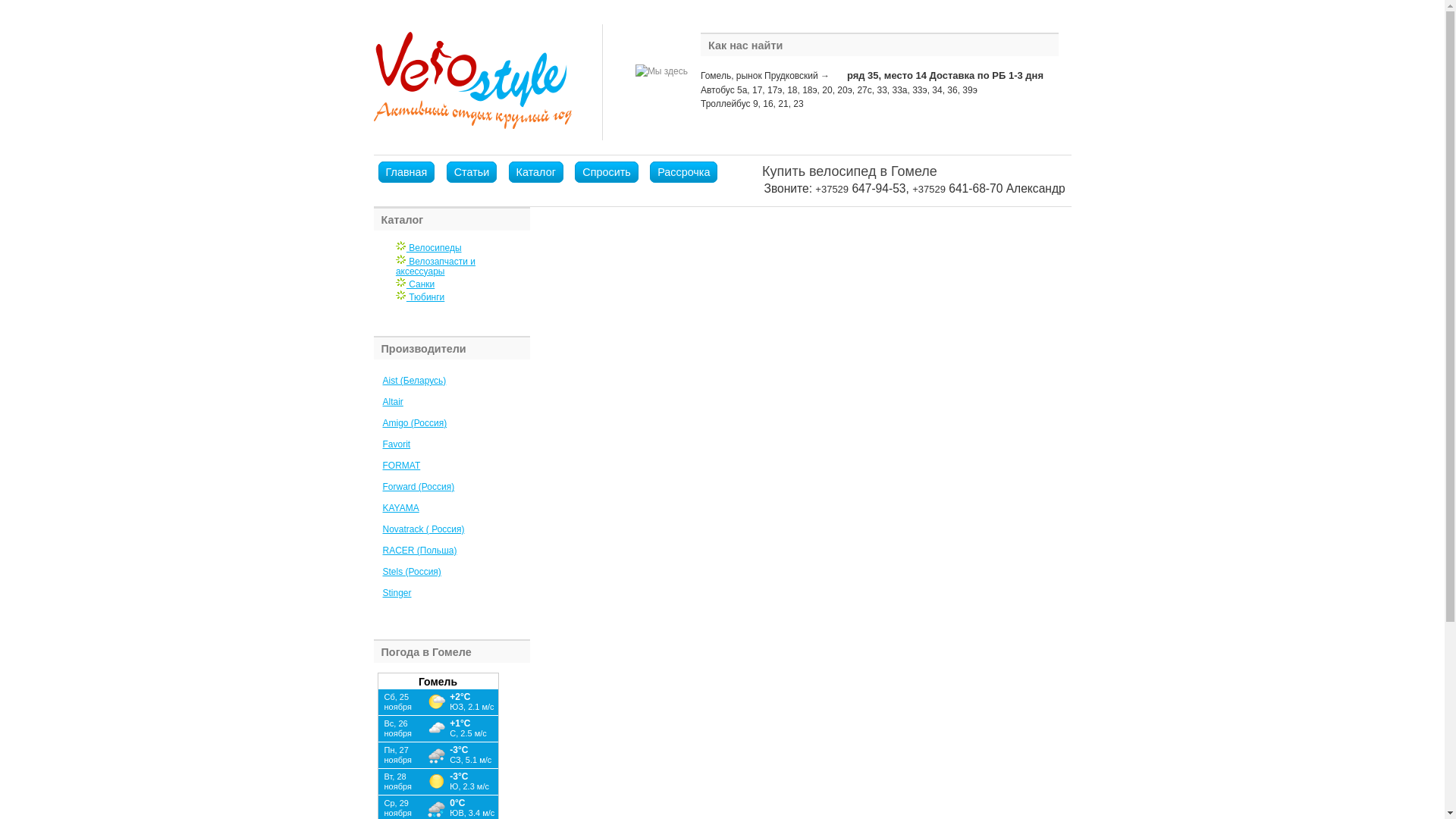  What do you see at coordinates (400, 508) in the screenshot?
I see `'KAYAMA'` at bounding box center [400, 508].